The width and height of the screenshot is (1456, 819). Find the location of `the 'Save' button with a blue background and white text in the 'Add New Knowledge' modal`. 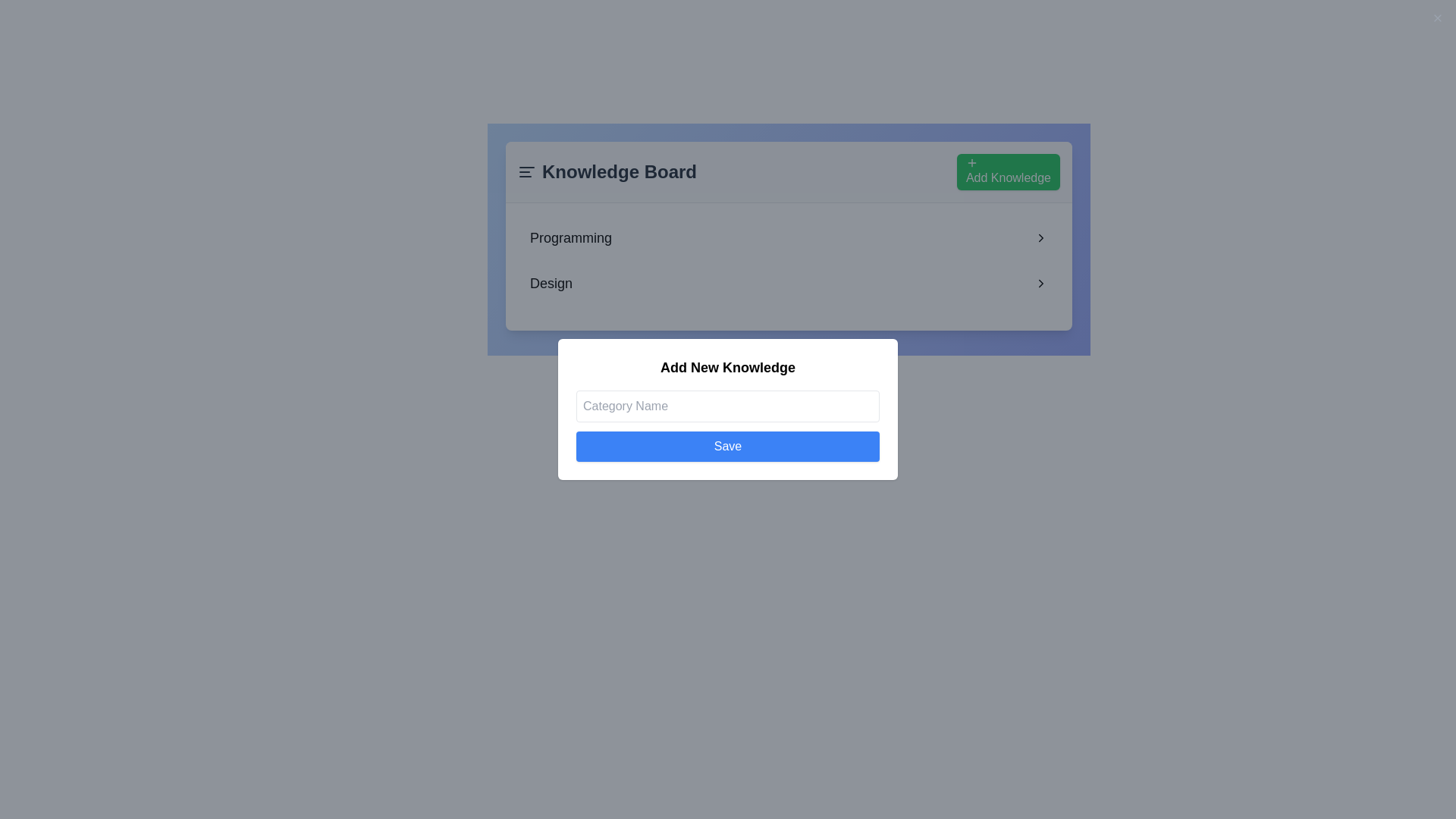

the 'Save' button with a blue background and white text in the 'Add New Knowledge' modal is located at coordinates (728, 426).